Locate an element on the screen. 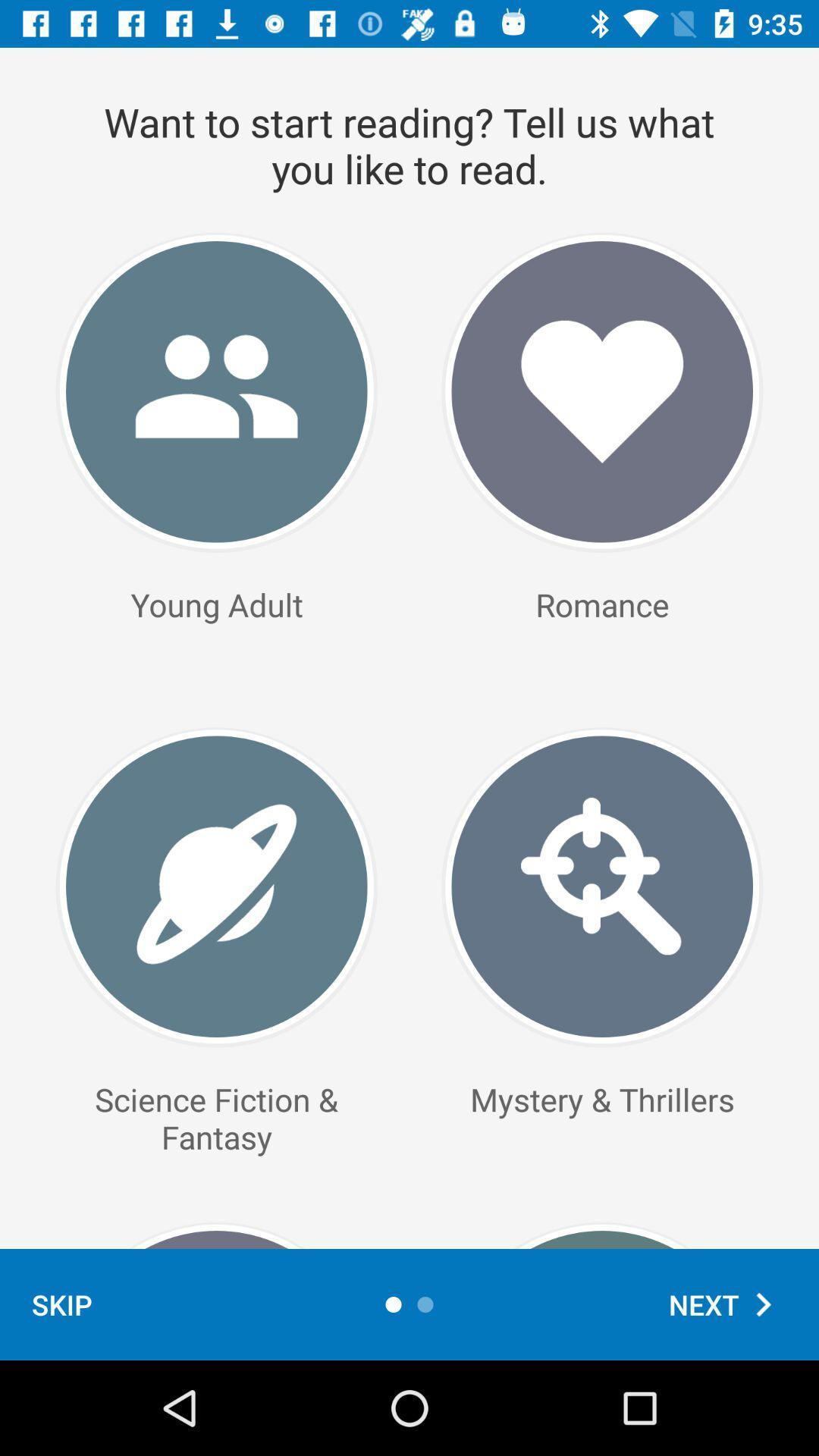 Image resolution: width=819 pixels, height=1456 pixels. next is located at coordinates (727, 1304).